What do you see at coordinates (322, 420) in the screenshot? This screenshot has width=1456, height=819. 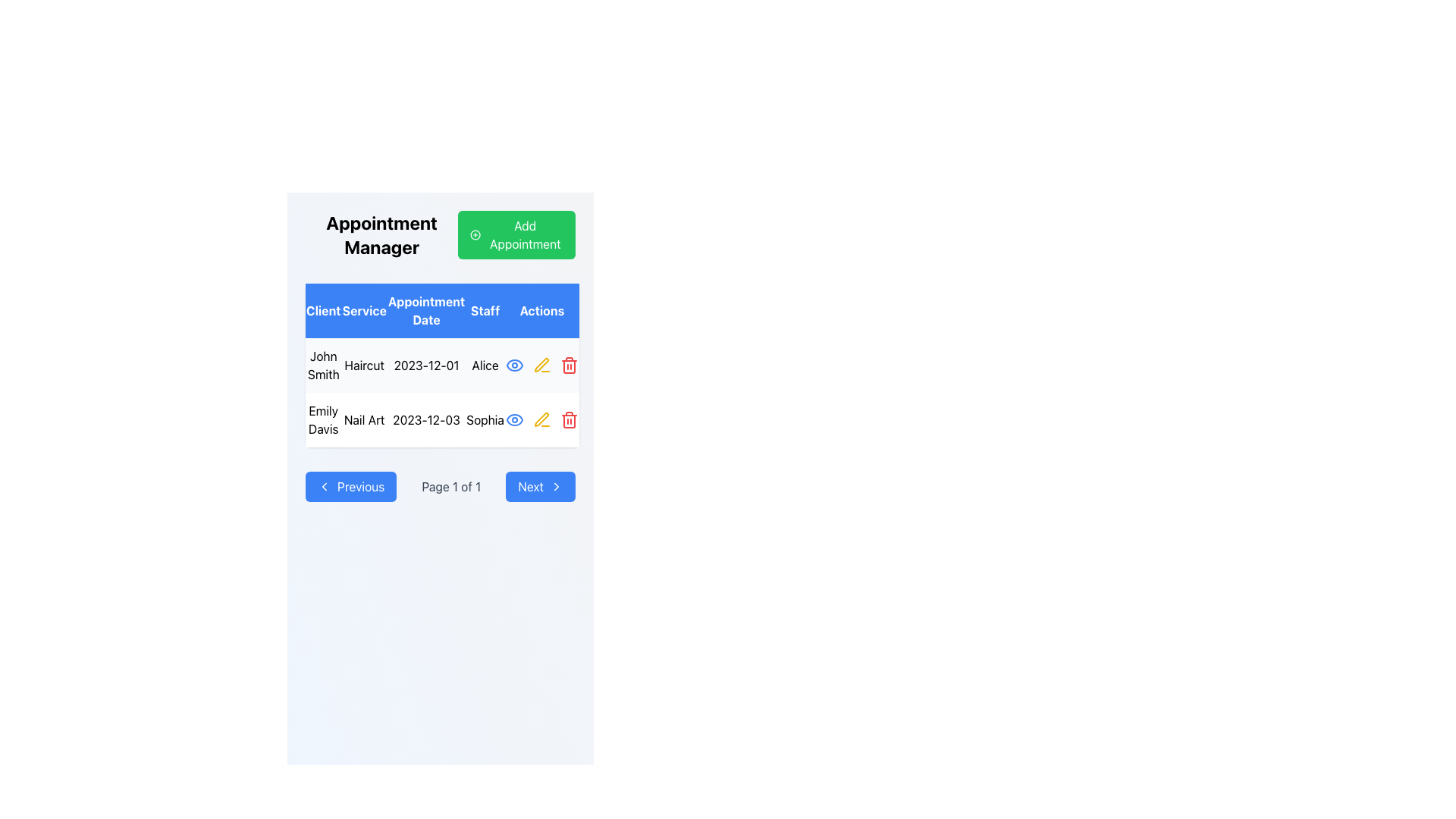 I see `the text label displaying 'Emily Davis' located in the second row under the 'Client Service' column` at bounding box center [322, 420].